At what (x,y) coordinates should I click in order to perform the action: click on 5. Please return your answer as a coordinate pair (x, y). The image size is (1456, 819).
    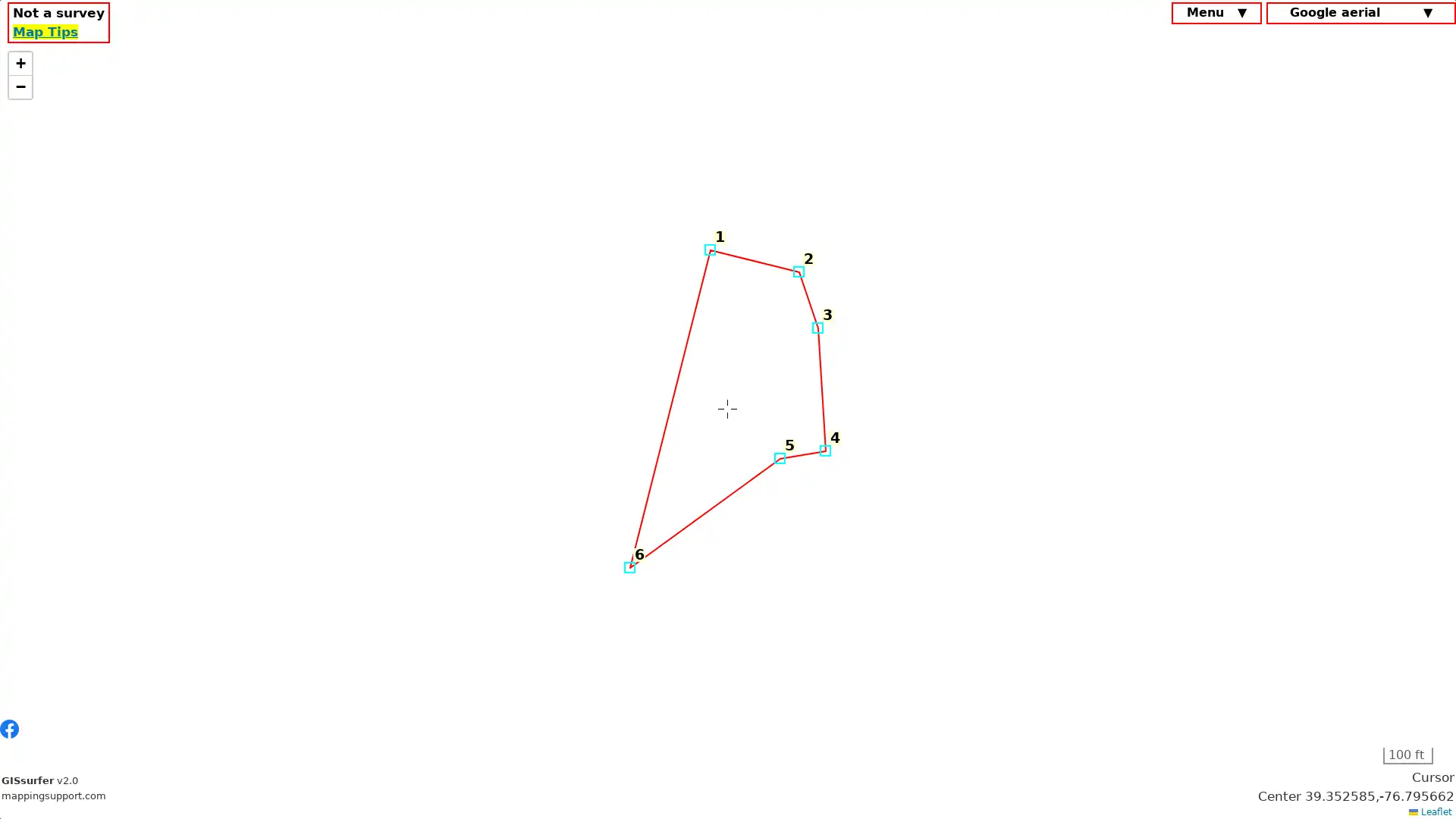
    Looking at the image, I should click on (789, 444).